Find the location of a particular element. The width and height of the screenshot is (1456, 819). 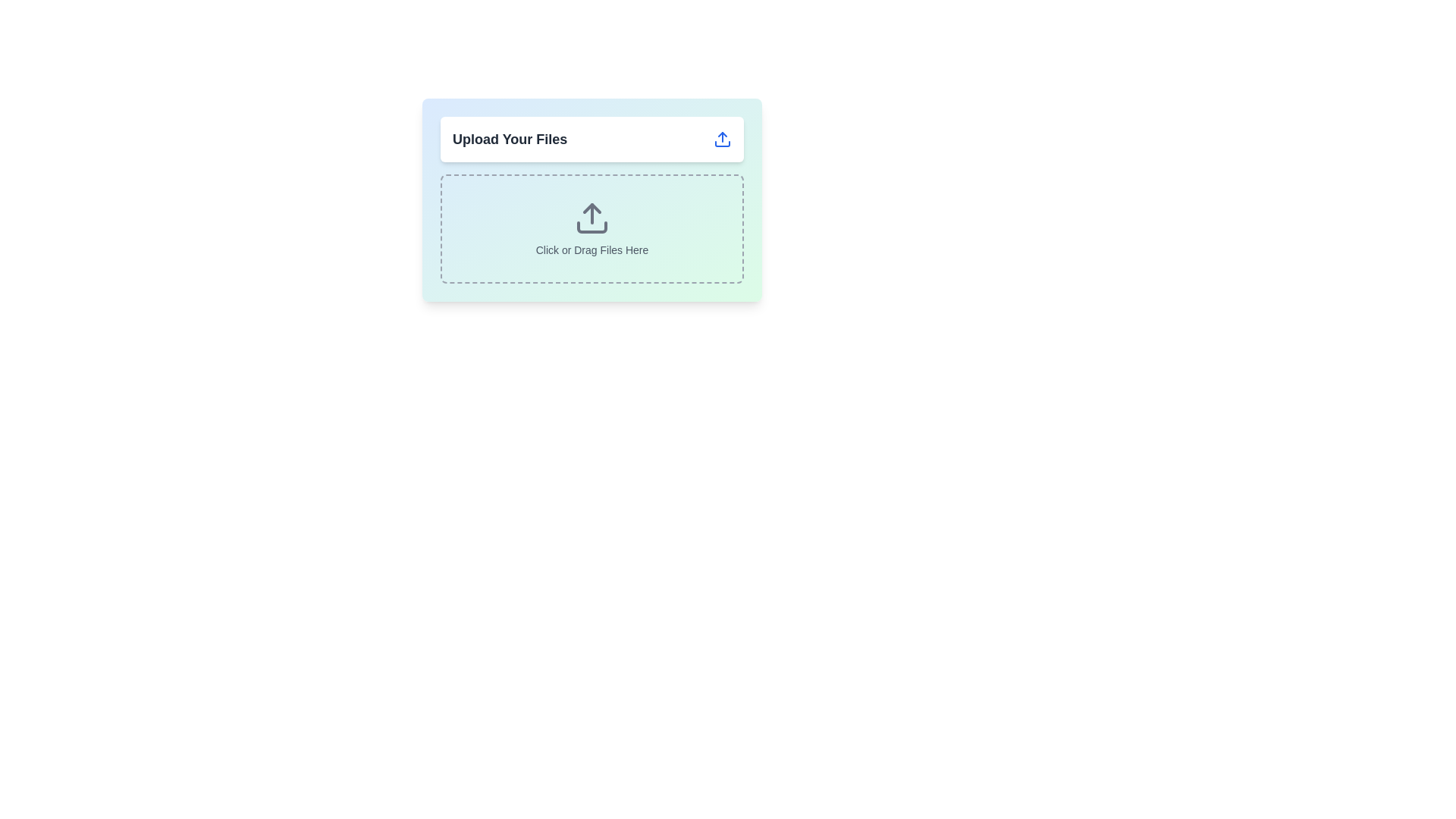

the upload icon, which is a dark-gray icon with an upward arrow inside a U-shaped outline, located centrally within the drag-and-drop file area of the upload panel is located at coordinates (591, 218).